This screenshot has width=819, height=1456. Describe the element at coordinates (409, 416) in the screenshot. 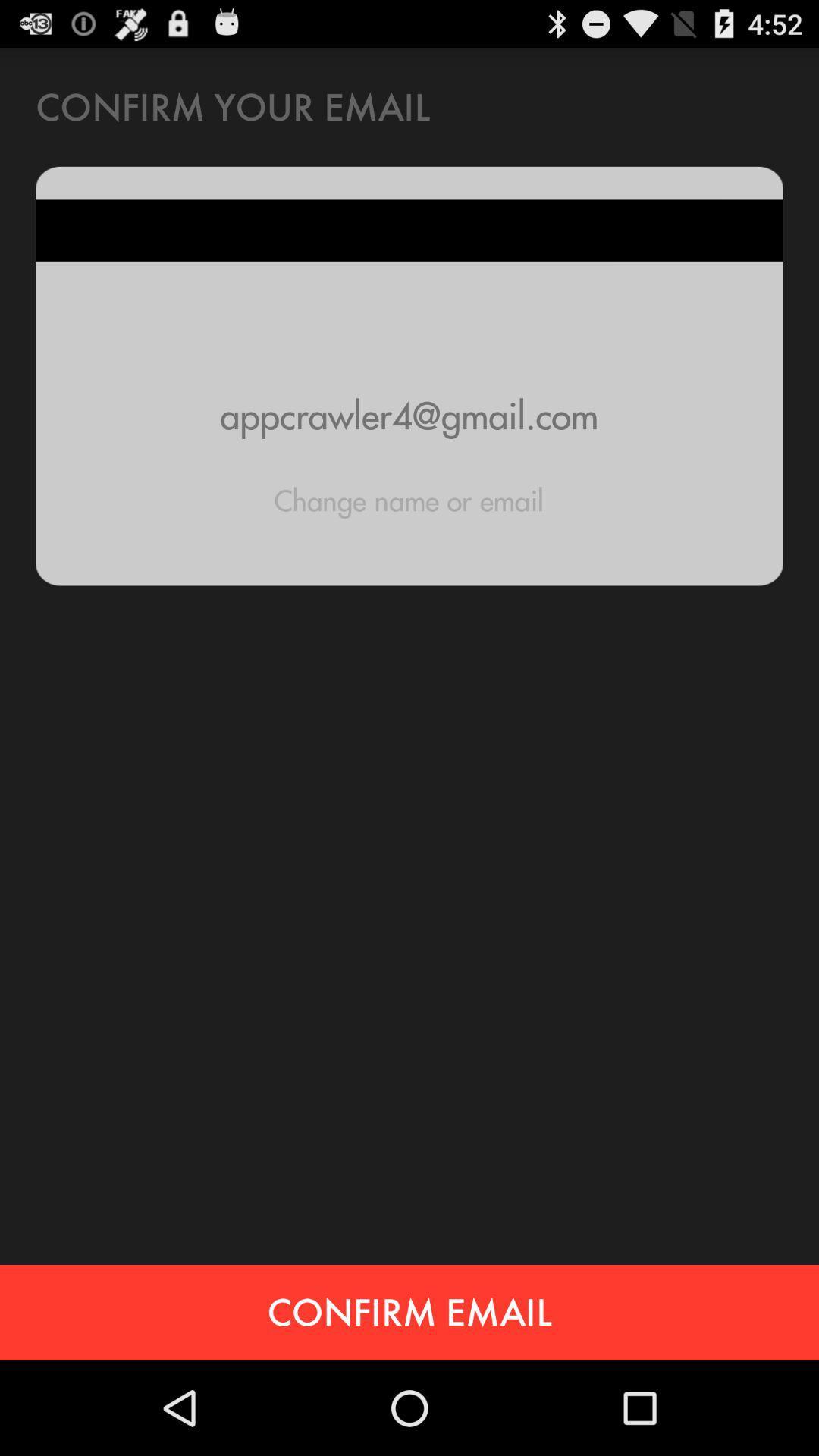

I see `item above the change name or icon` at that location.